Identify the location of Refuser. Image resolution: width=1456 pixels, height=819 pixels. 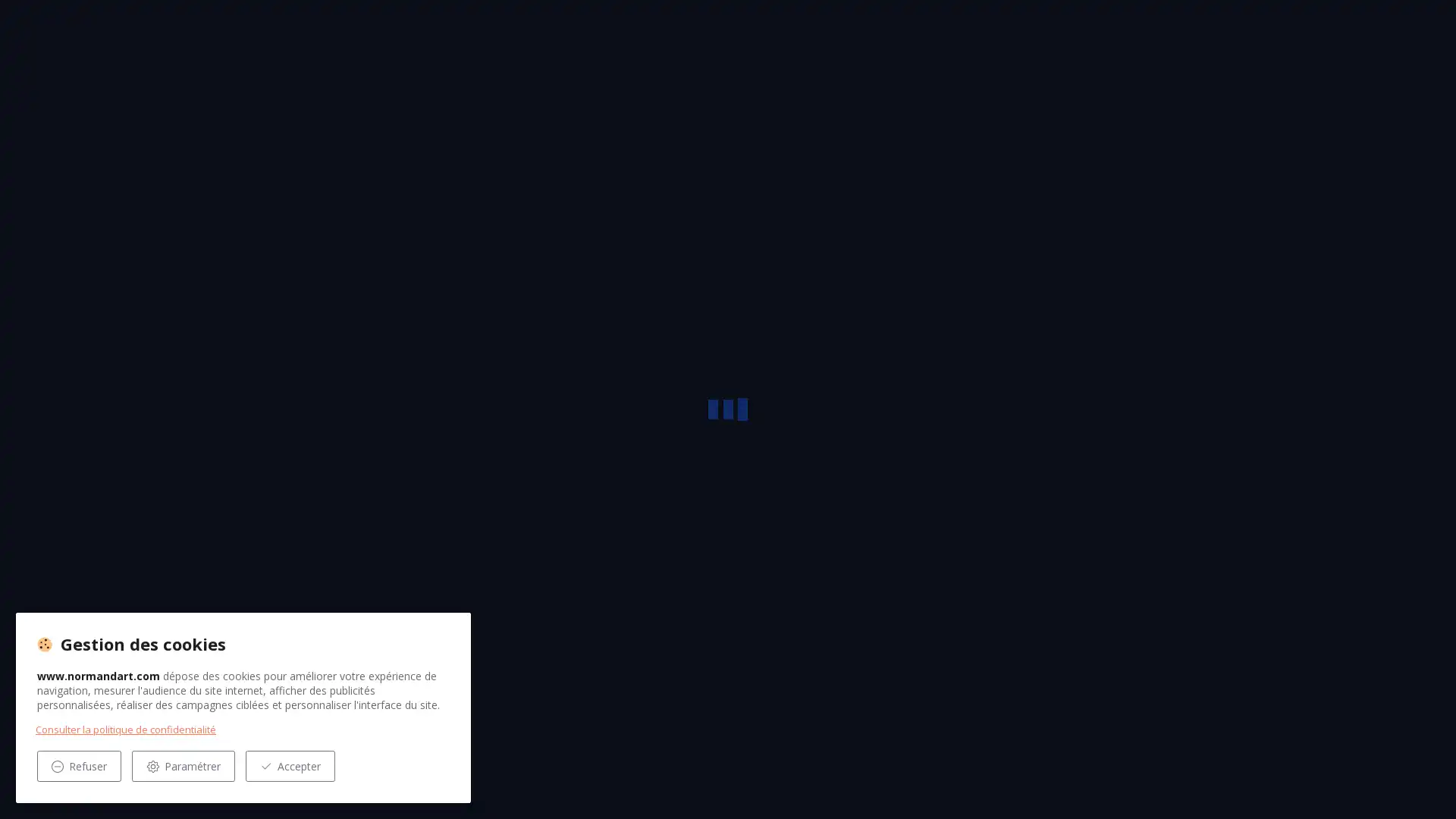
(78, 766).